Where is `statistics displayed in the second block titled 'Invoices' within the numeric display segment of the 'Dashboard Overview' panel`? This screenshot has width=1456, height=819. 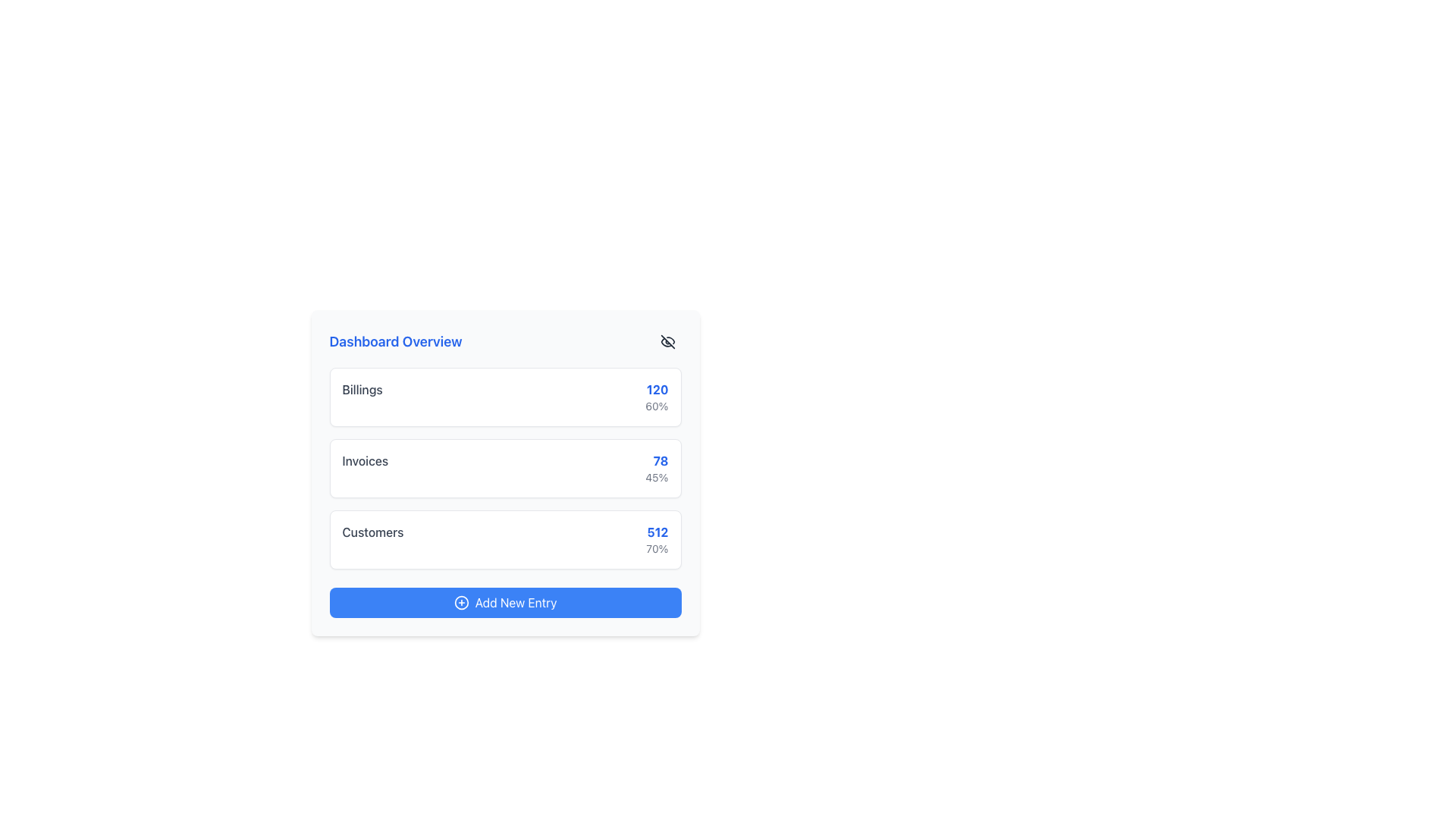 statistics displayed in the second block titled 'Invoices' within the numeric display segment of the 'Dashboard Overview' panel is located at coordinates (505, 467).